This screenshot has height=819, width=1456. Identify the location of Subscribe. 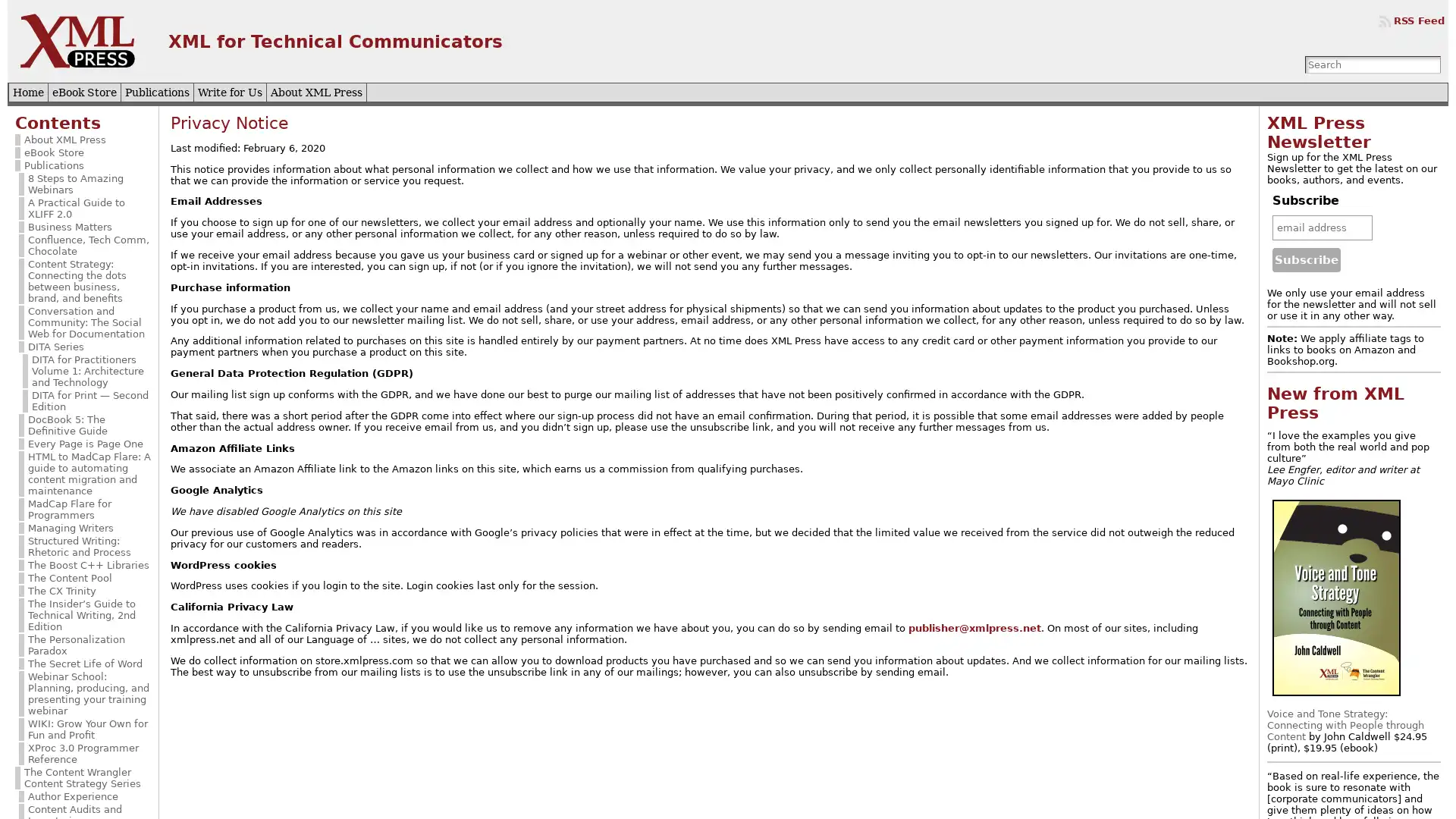
(1306, 259).